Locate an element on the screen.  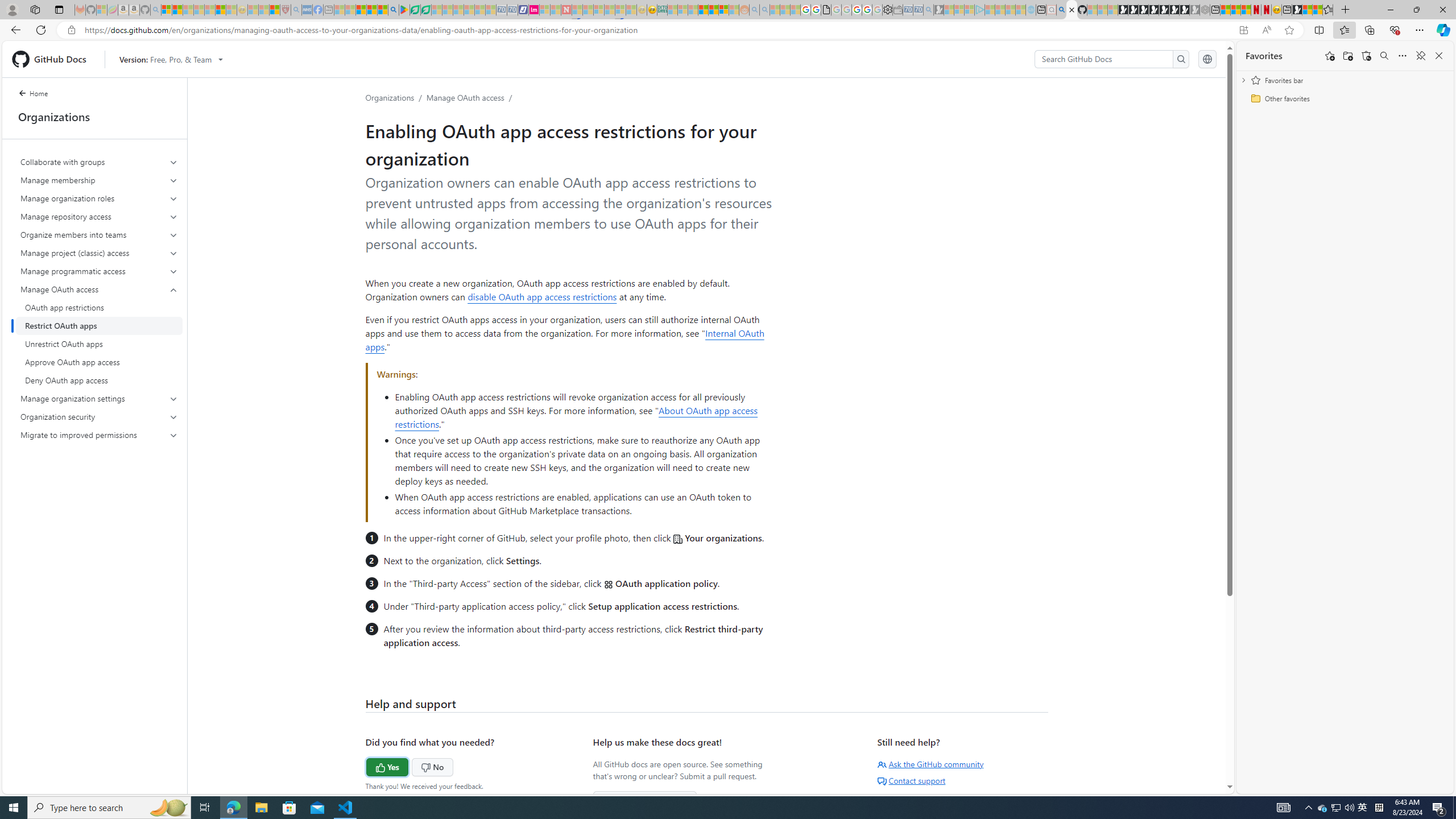
'Unpin favorites' is located at coordinates (1420, 55).